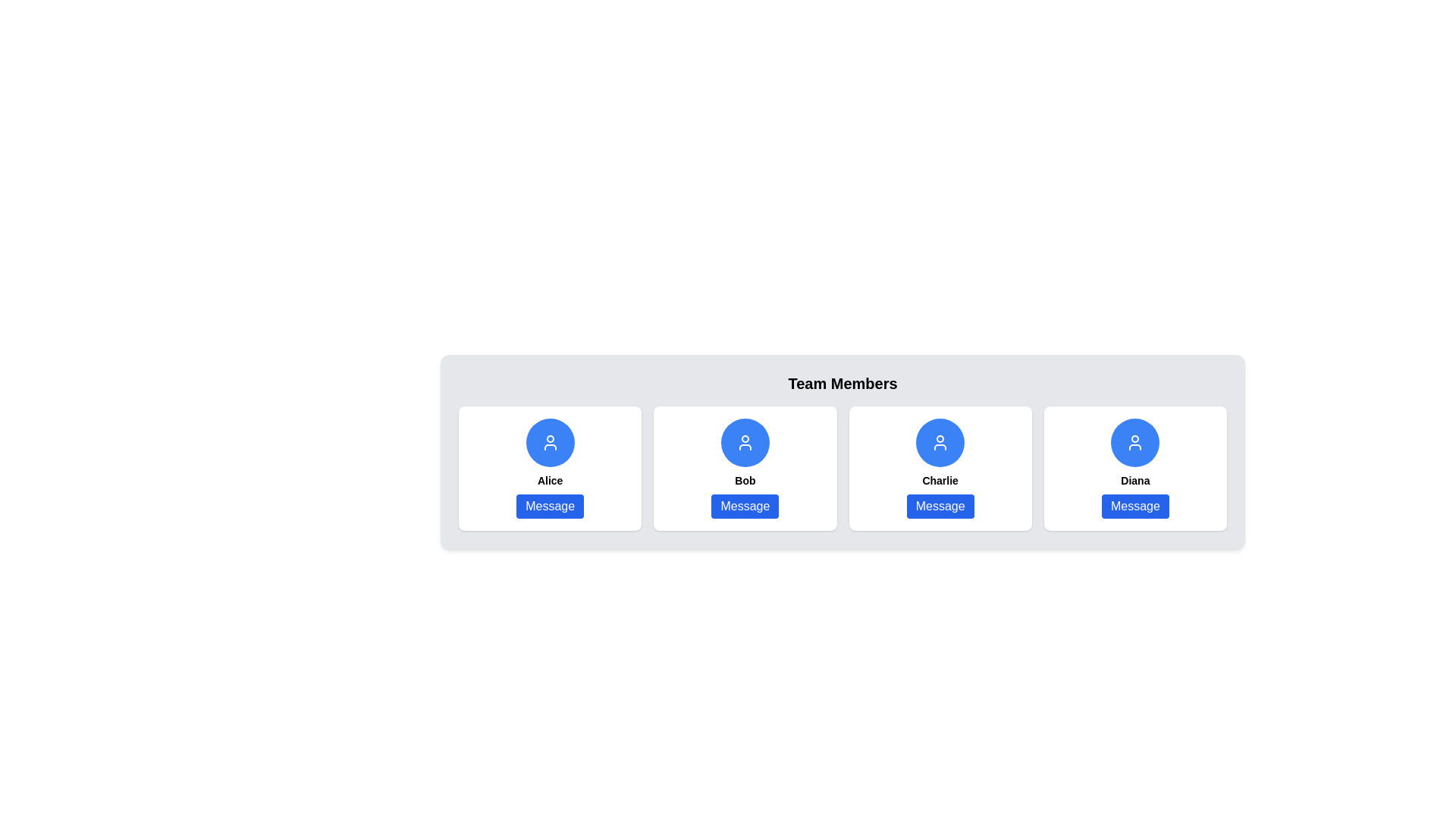 The height and width of the screenshot is (819, 1456). I want to click on the user icon, which is a circular image with a blue background and white lines, located in the rightmost card of the 'Team Members' section, above the label 'Diana', so click(1135, 442).